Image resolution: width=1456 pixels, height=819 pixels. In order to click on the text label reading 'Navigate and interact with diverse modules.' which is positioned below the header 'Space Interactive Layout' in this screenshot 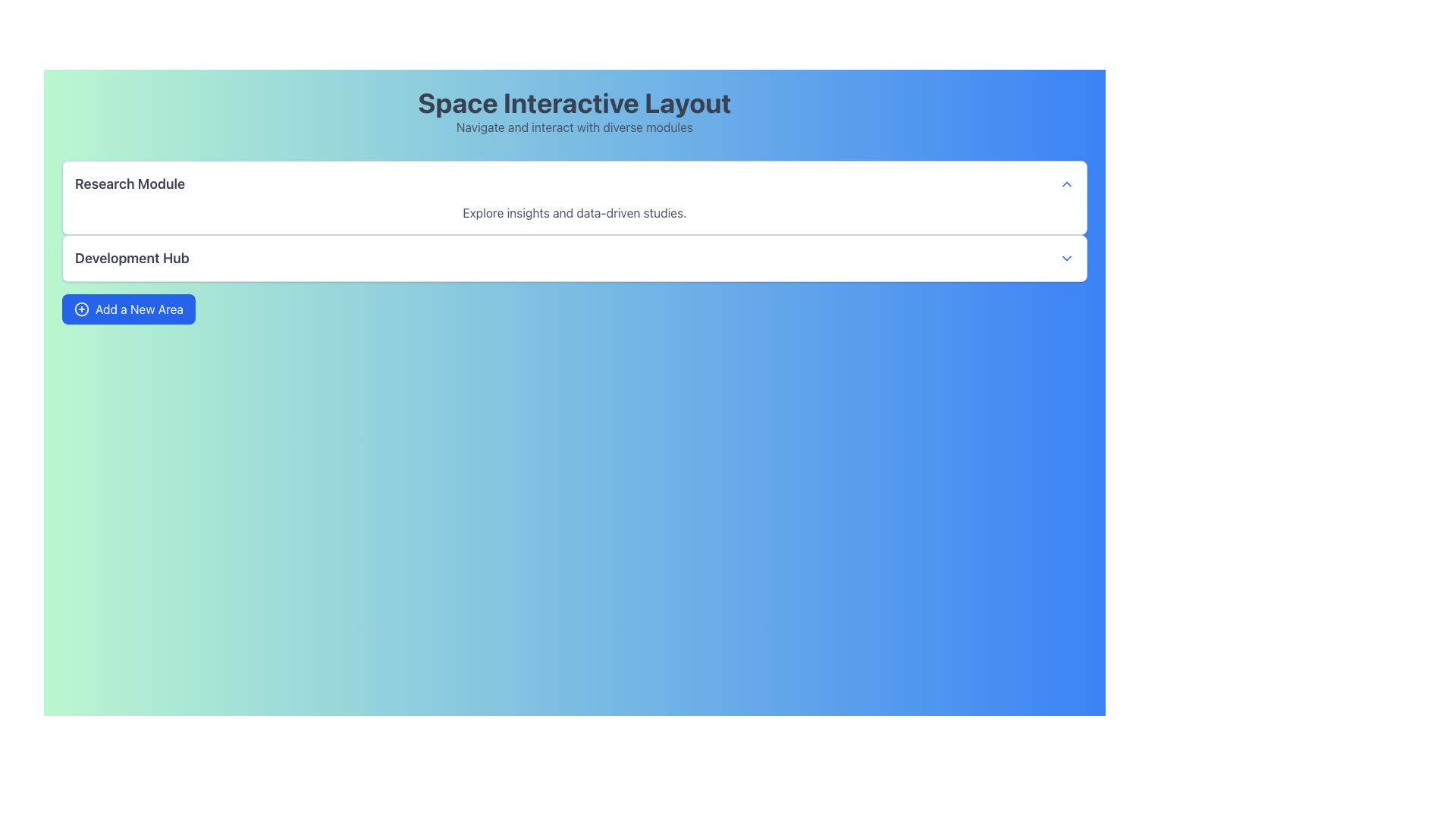, I will do `click(574, 127)`.